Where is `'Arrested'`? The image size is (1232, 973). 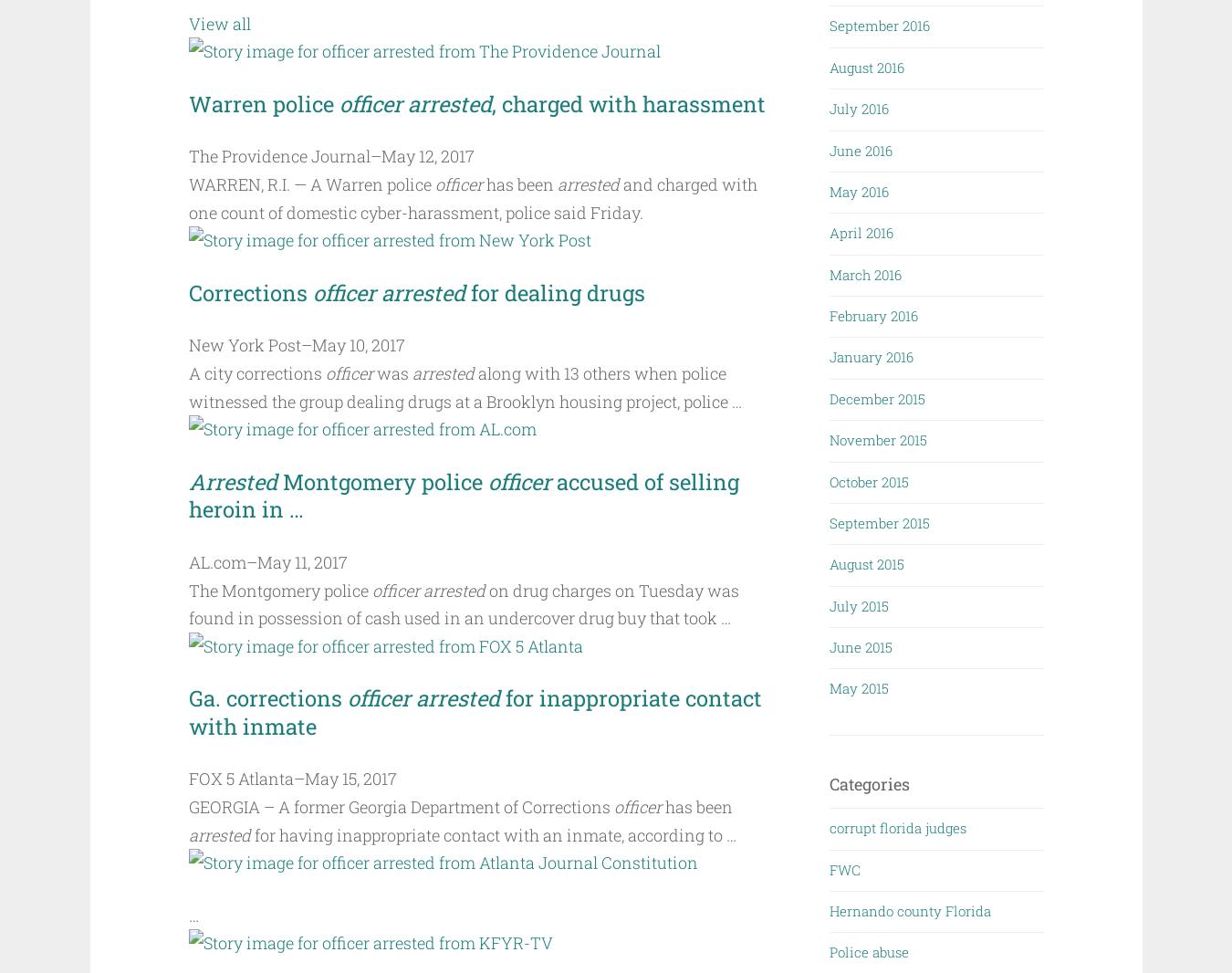 'Arrested' is located at coordinates (231, 481).